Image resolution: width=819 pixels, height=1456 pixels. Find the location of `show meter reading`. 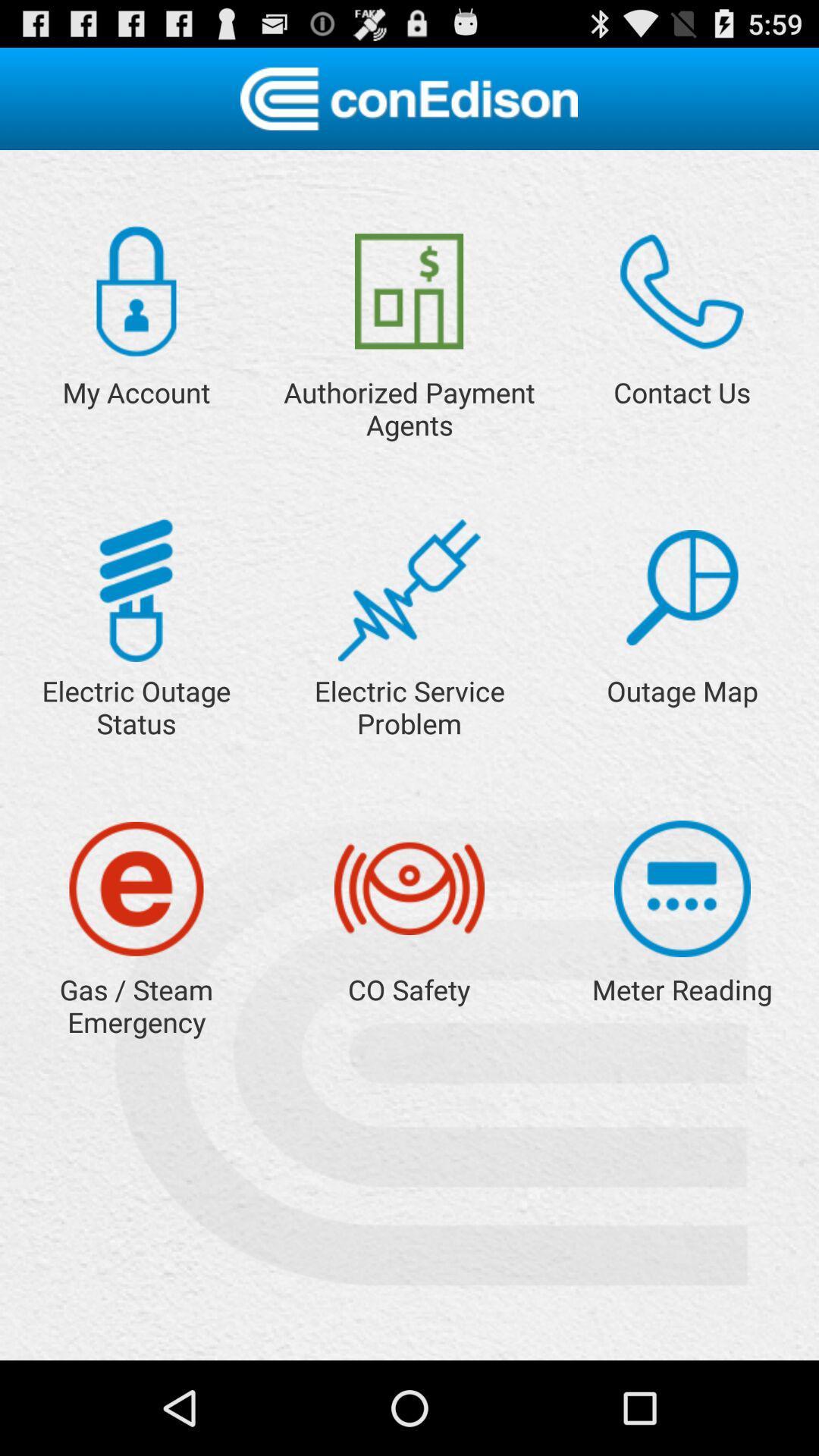

show meter reading is located at coordinates (681, 889).